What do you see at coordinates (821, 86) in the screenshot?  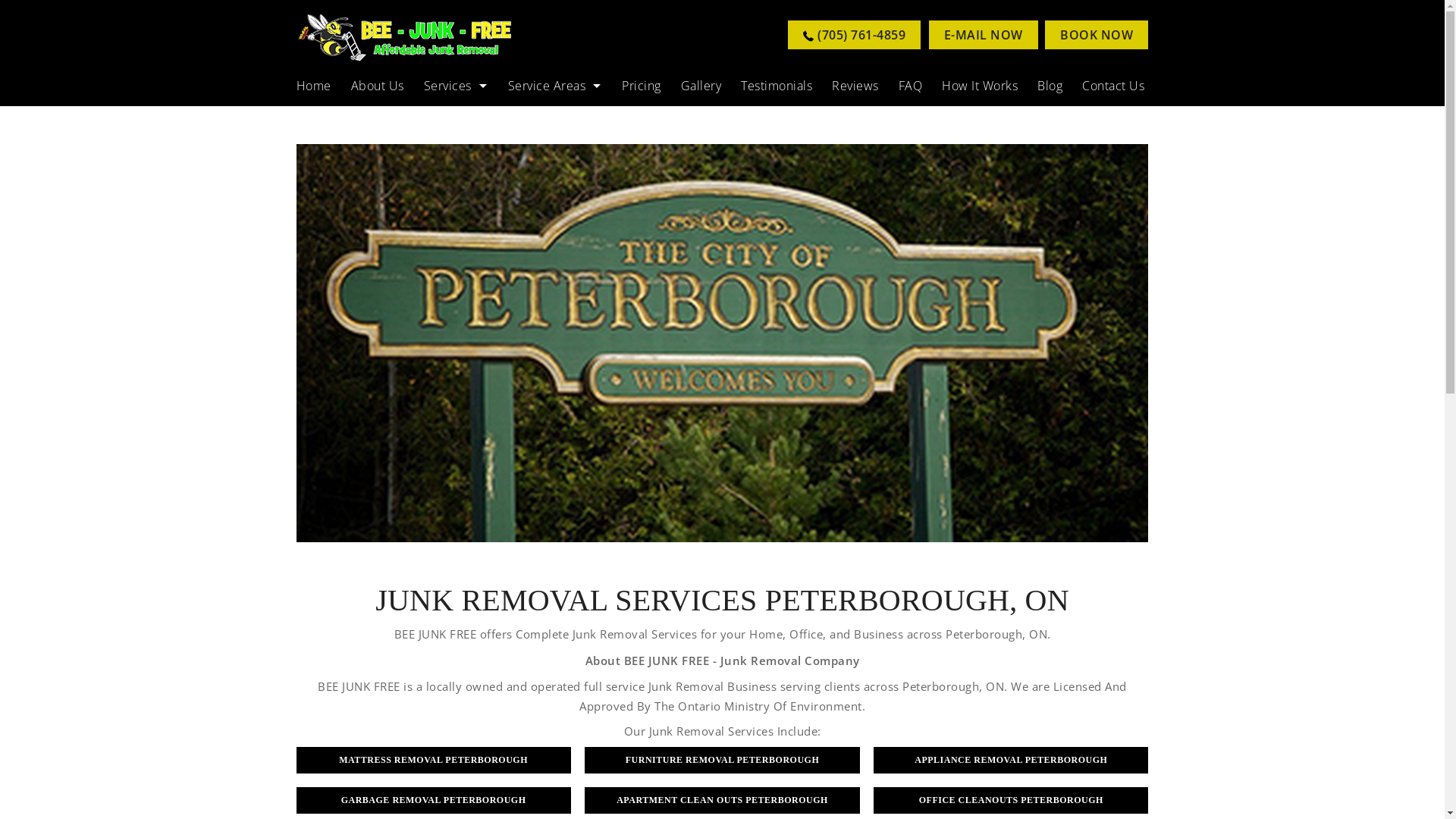 I see `'Reviews'` at bounding box center [821, 86].